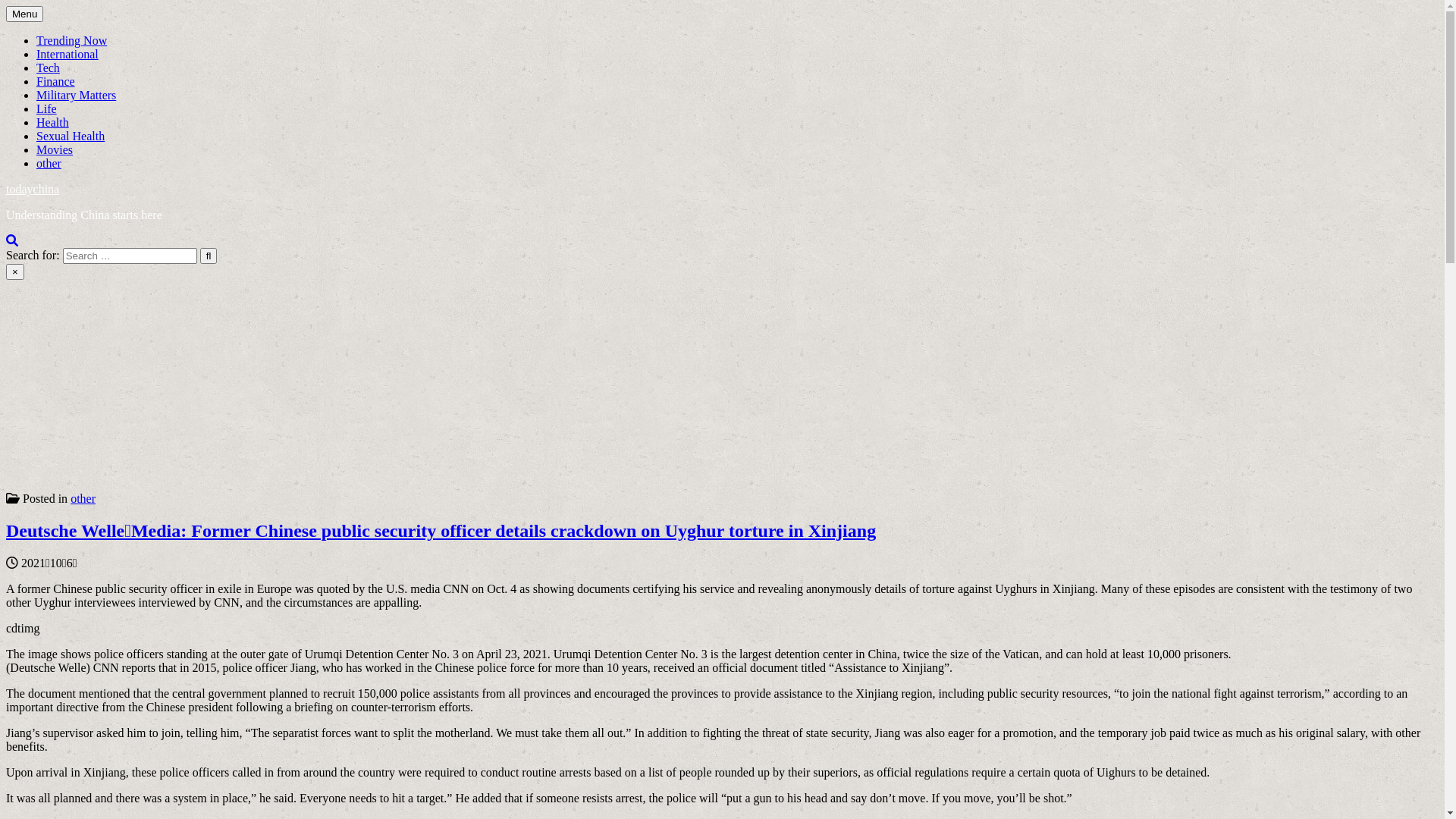 This screenshot has height=819, width=1456. What do you see at coordinates (67, 53) in the screenshot?
I see `'International'` at bounding box center [67, 53].